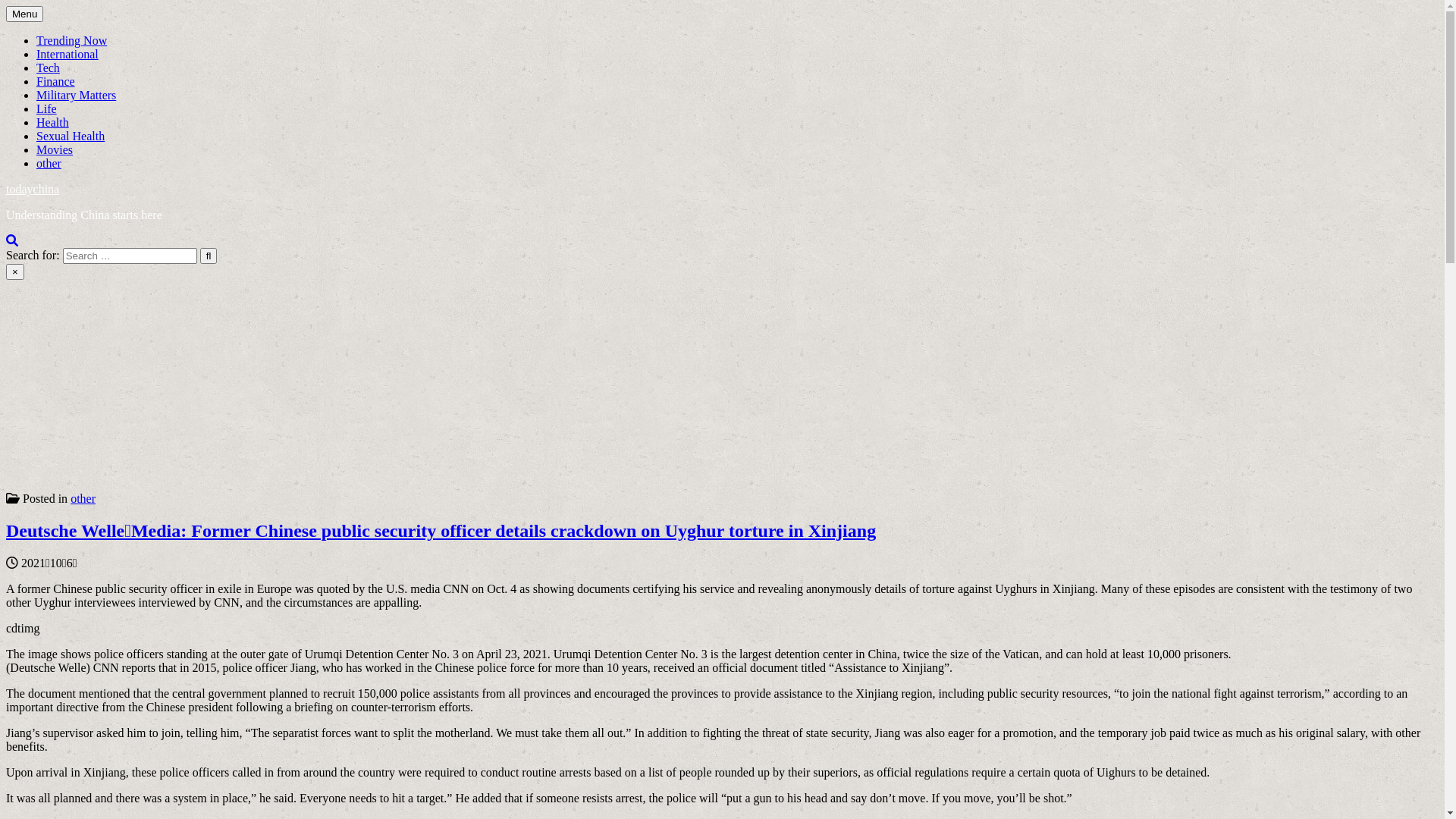 This screenshot has height=819, width=1456. What do you see at coordinates (67, 53) in the screenshot?
I see `'International'` at bounding box center [67, 53].